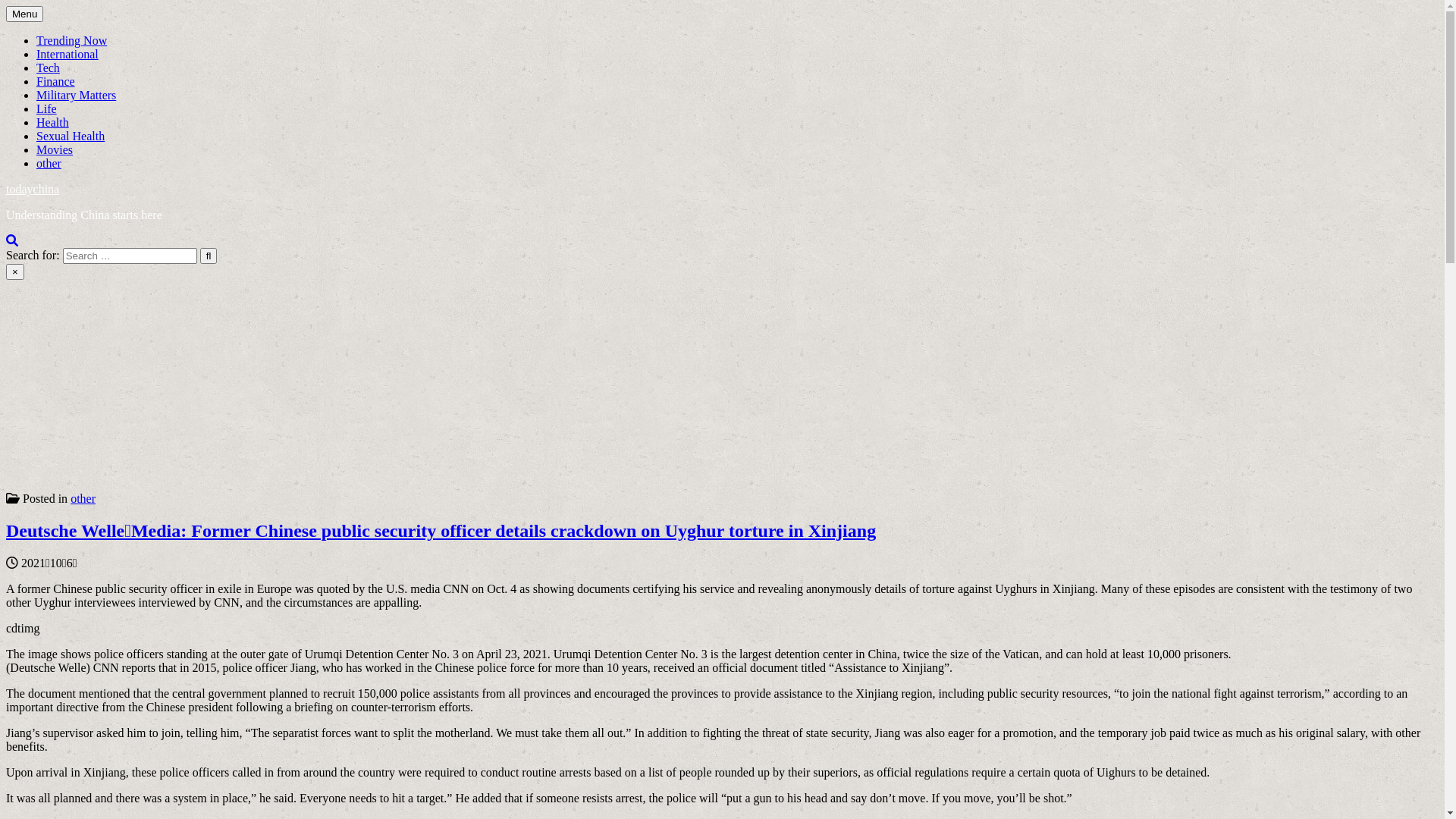 This screenshot has height=819, width=1456. What do you see at coordinates (67, 53) in the screenshot?
I see `'International'` at bounding box center [67, 53].